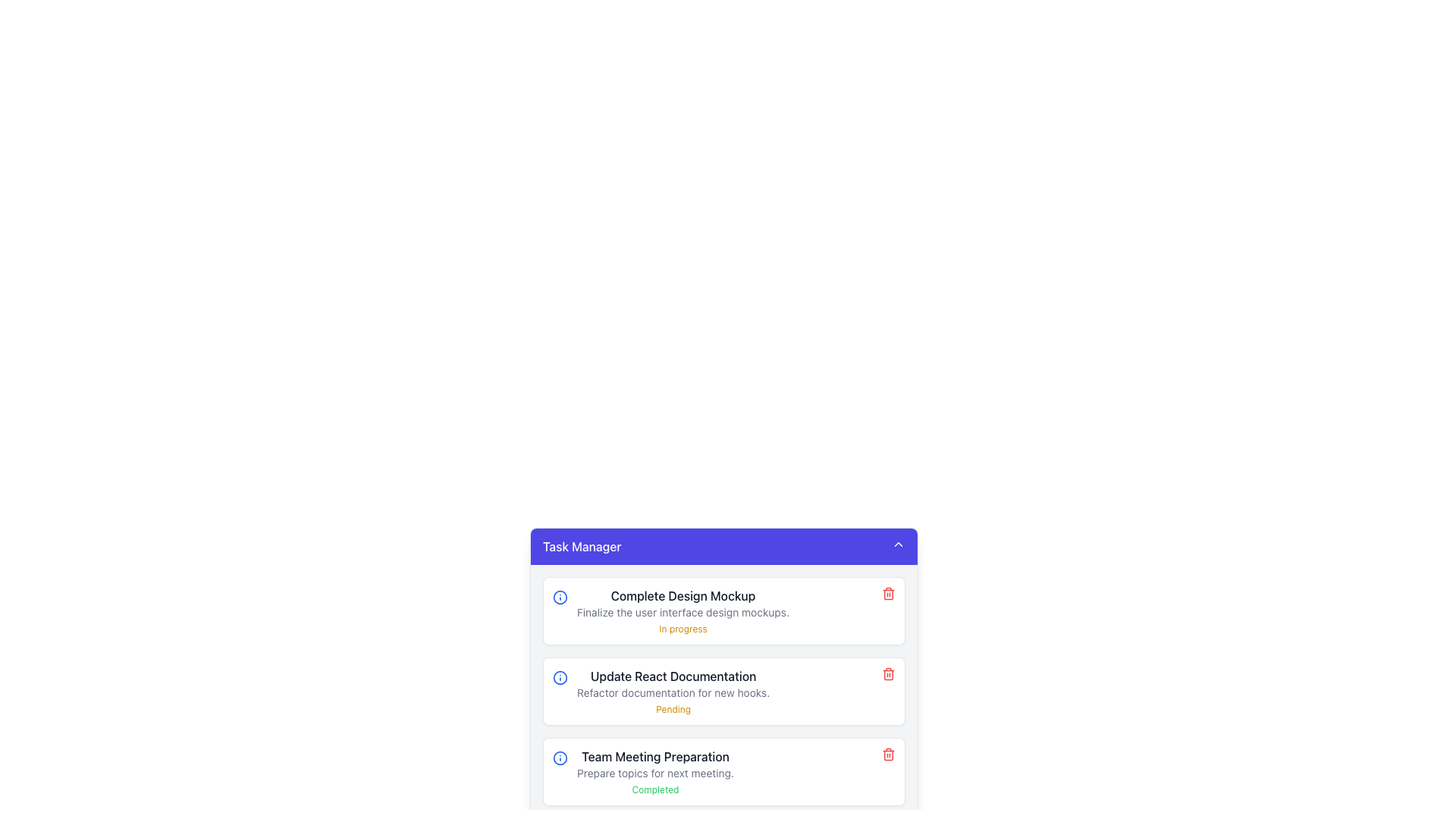  What do you see at coordinates (888, 593) in the screenshot?
I see `the delete button located at the far right end of the entry labeled 'Complete Design Mockup' to observe the hover effect` at bounding box center [888, 593].